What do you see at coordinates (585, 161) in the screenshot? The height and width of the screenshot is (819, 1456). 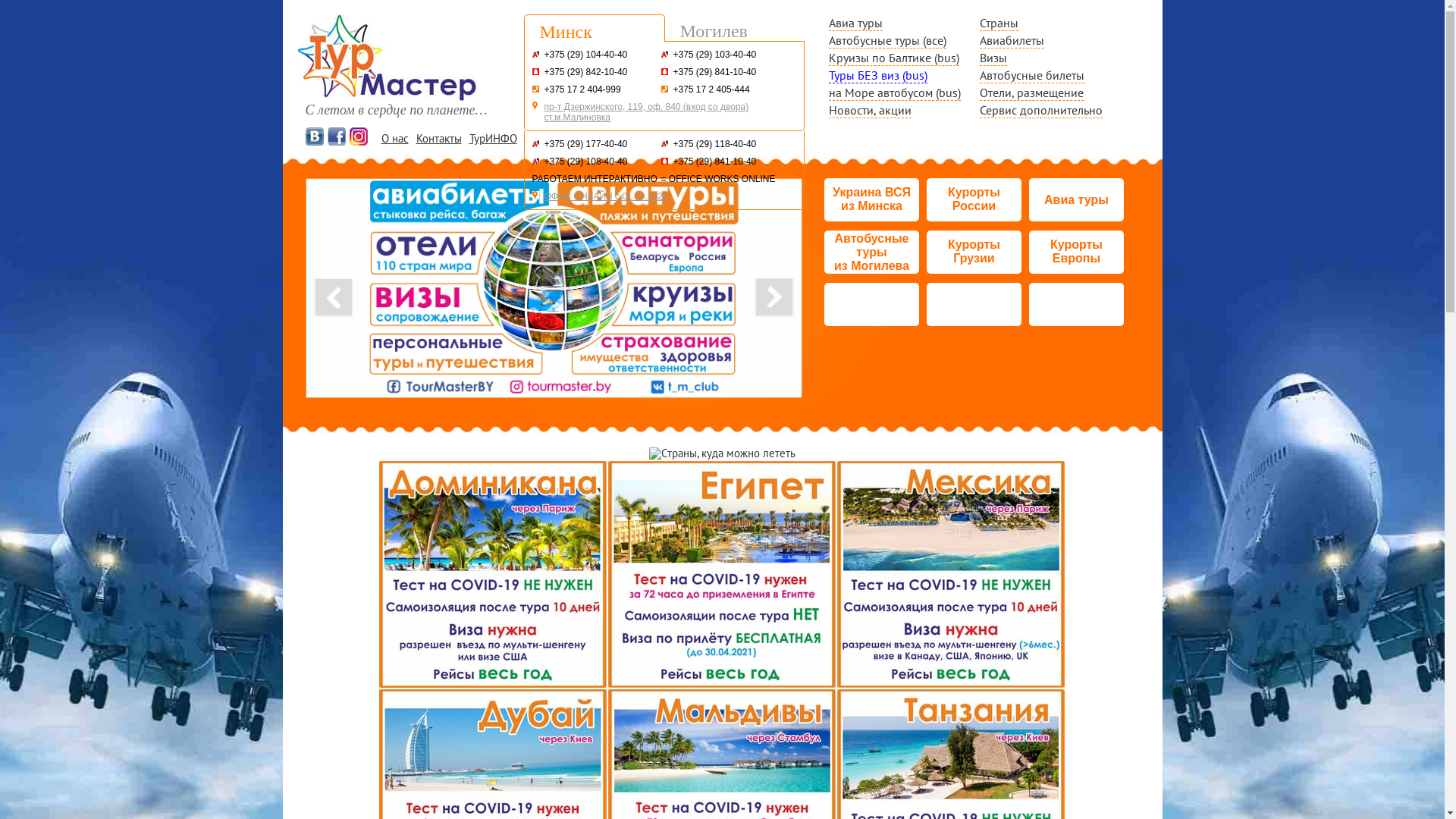 I see `'+375 (29) 108-40-40'` at bounding box center [585, 161].